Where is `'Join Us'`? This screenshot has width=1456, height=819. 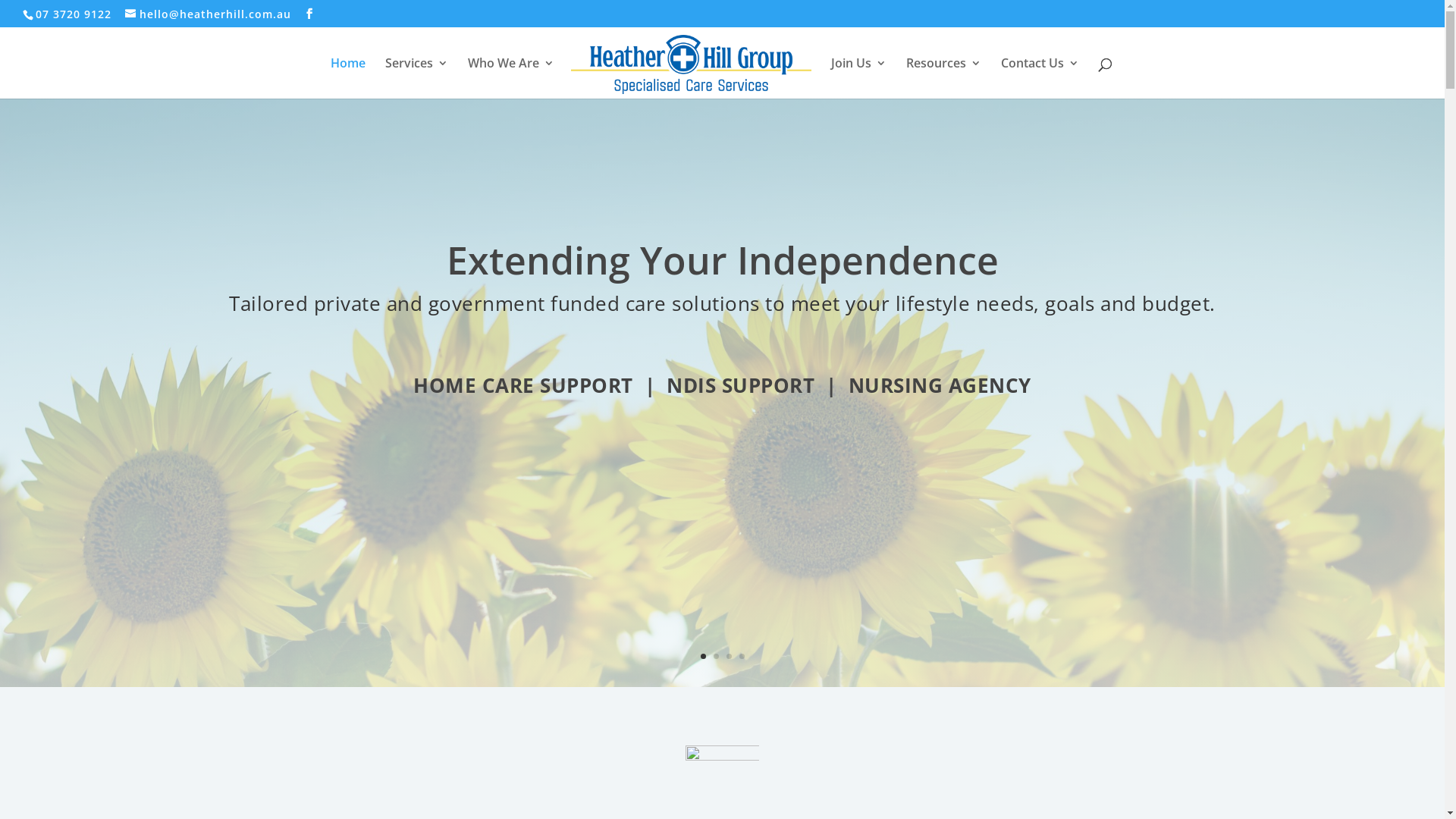
'Join Us' is located at coordinates (858, 78).